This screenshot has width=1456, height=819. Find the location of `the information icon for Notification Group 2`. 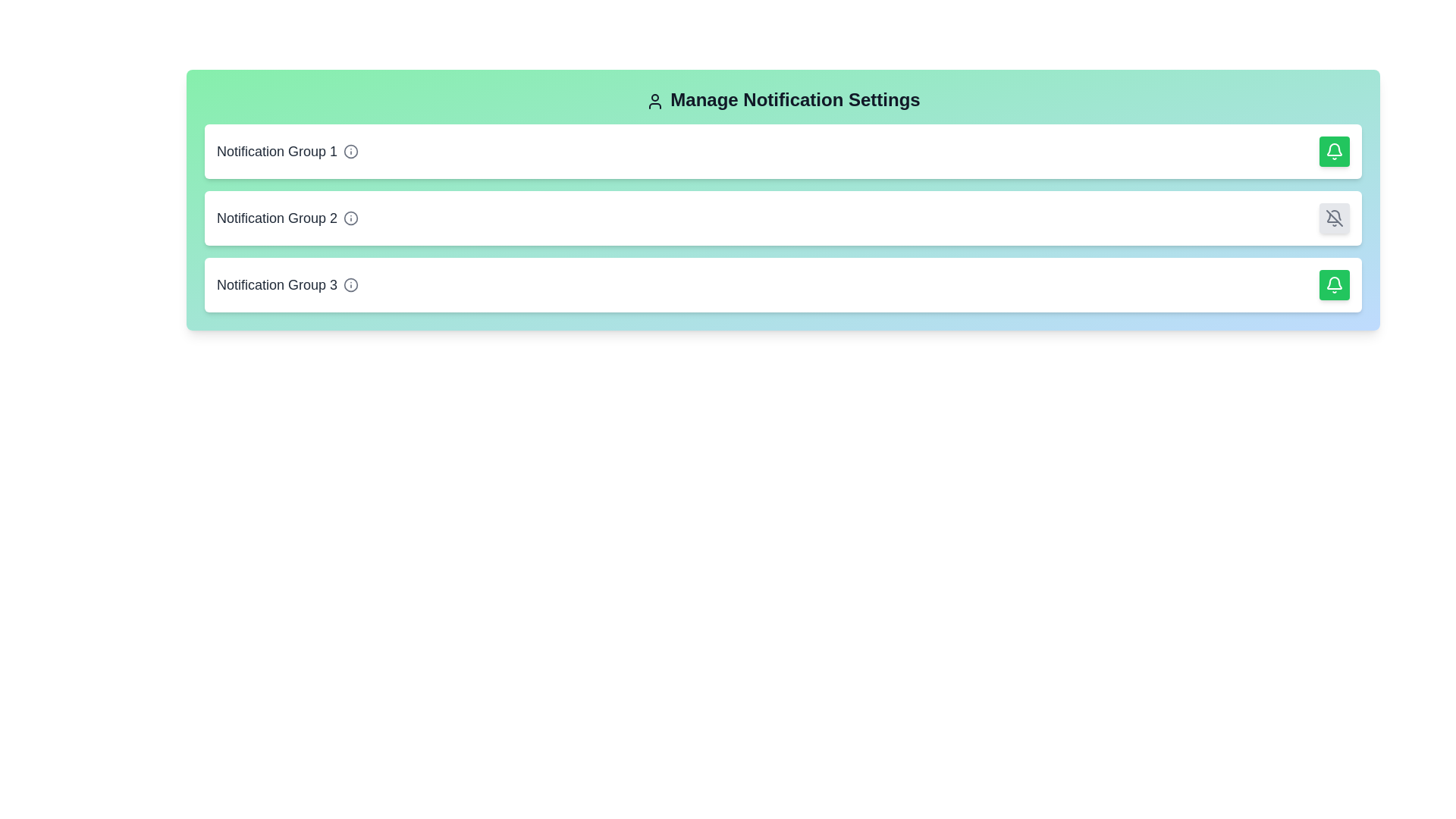

the information icon for Notification Group 2 is located at coordinates (350, 218).